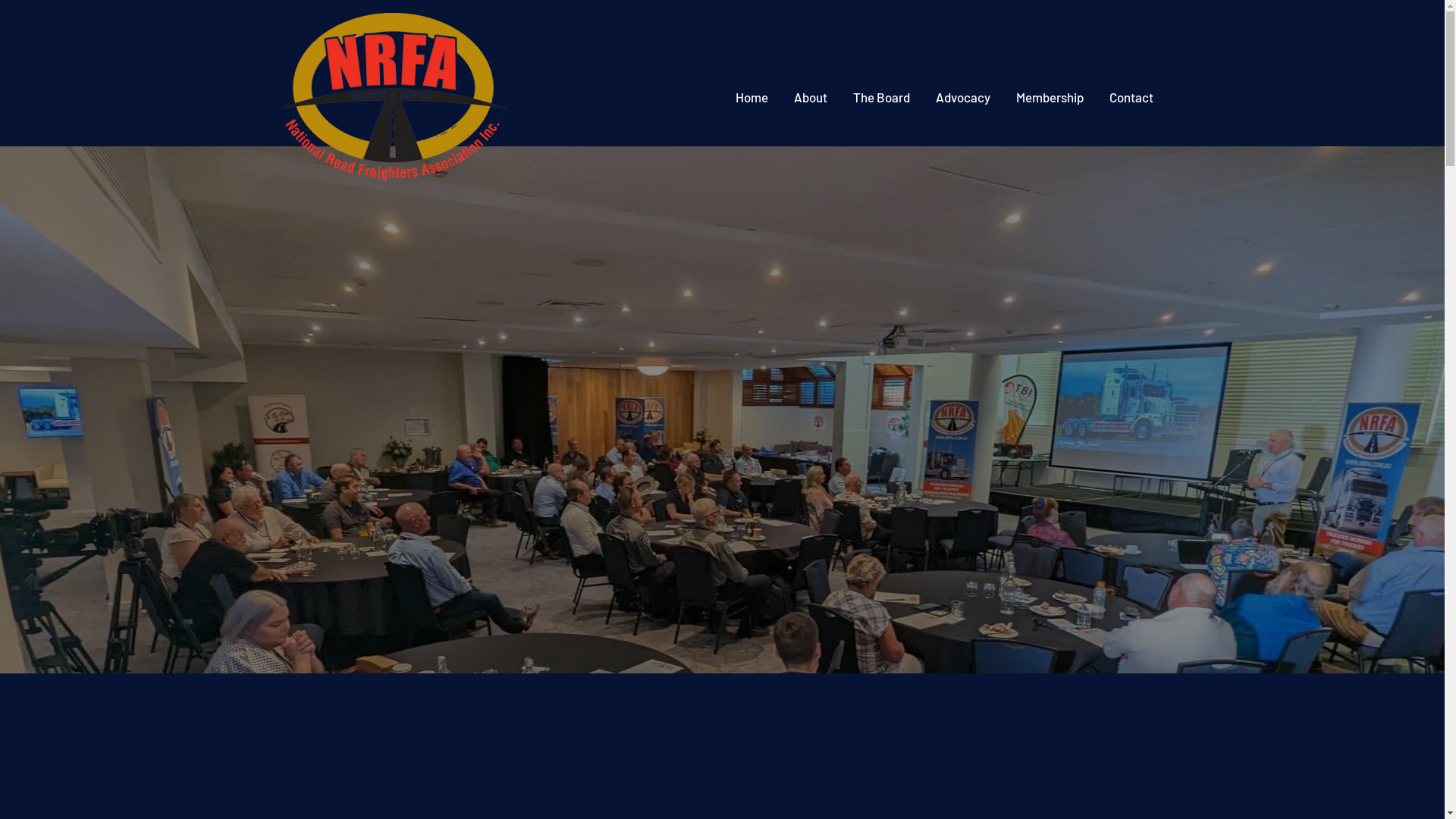 The height and width of the screenshot is (819, 1456). What do you see at coordinates (839, 96) in the screenshot?
I see `'The Board'` at bounding box center [839, 96].